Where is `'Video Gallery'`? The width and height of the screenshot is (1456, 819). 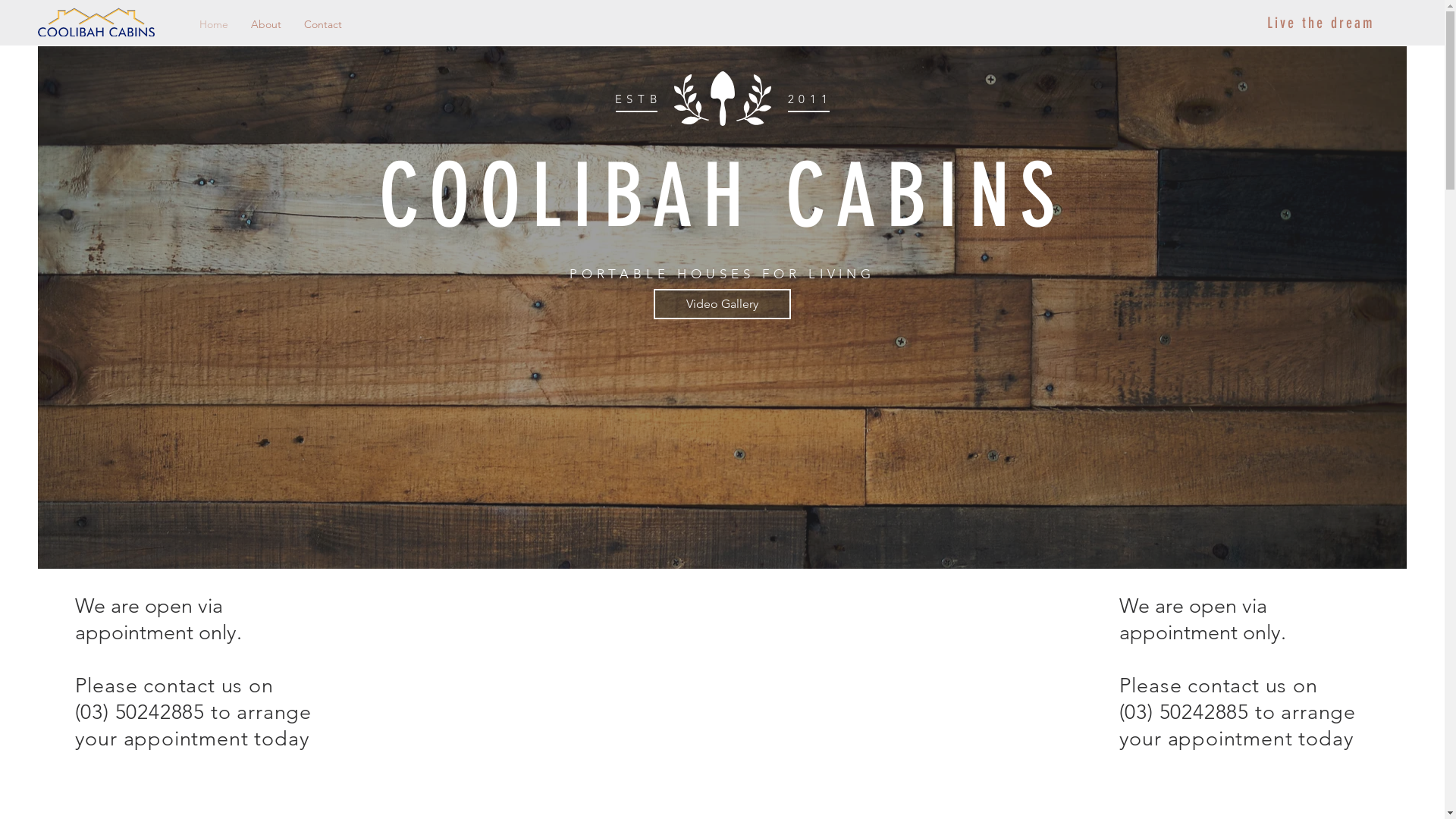
'Video Gallery' is located at coordinates (654, 304).